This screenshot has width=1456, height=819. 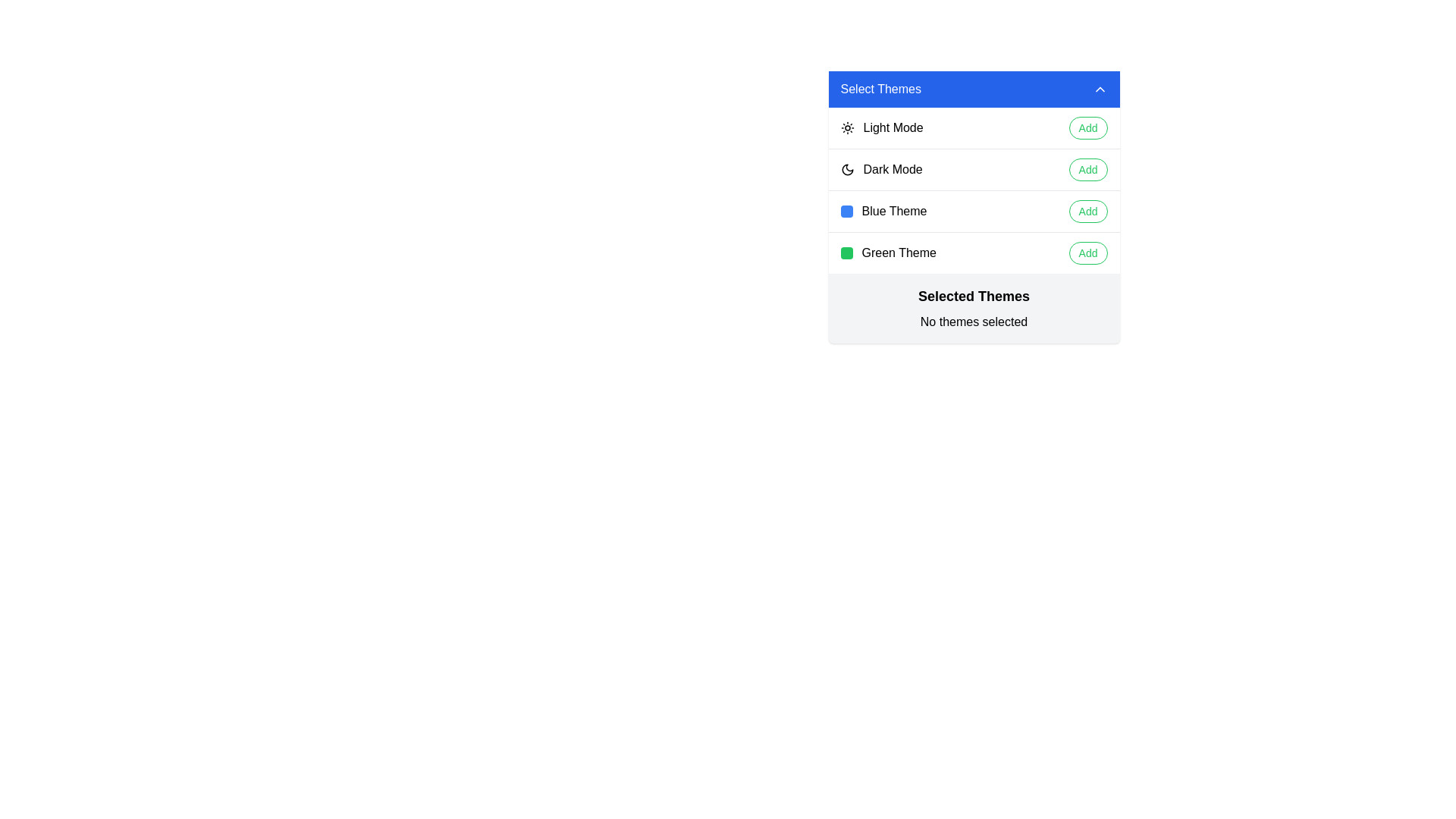 I want to click on the pill-shaped 'Add' button with a white background and green text located on the right side of the 'Light Mode' list item, so click(x=1087, y=127).